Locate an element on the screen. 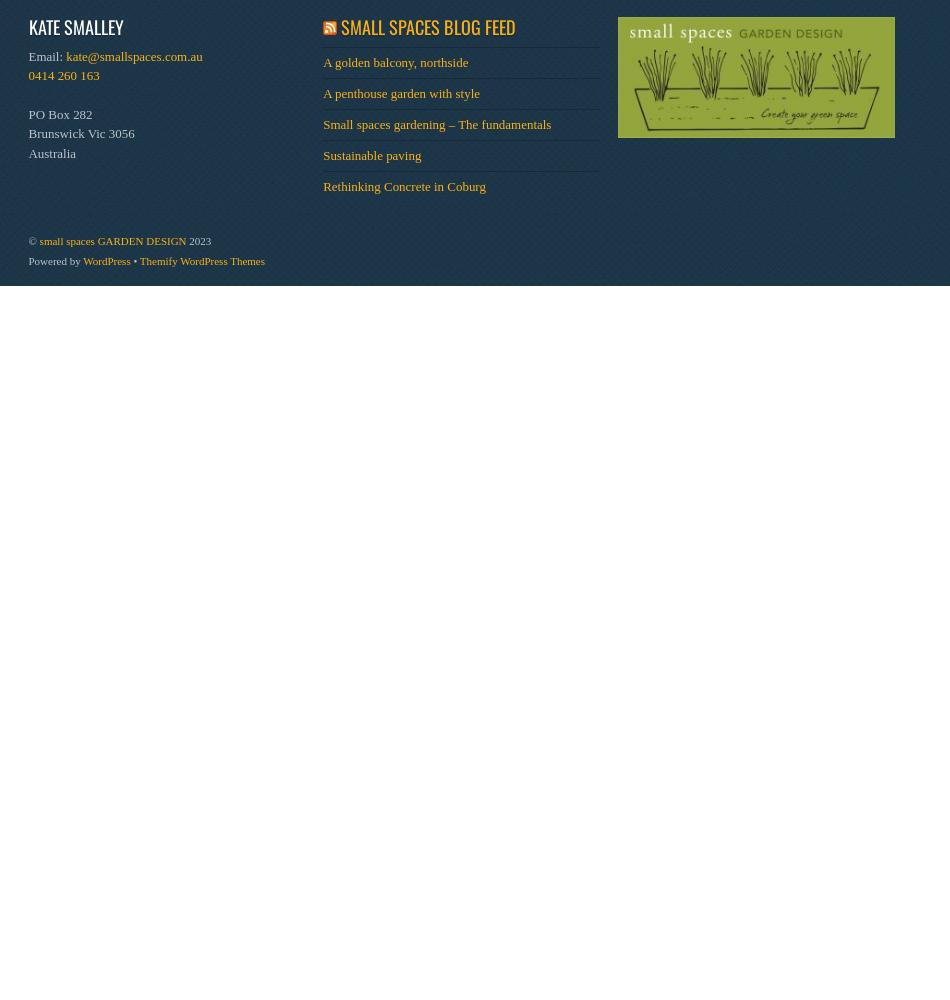 The height and width of the screenshot is (1000, 950). 'Rethinking Concrete in Coburg' is located at coordinates (403, 186).